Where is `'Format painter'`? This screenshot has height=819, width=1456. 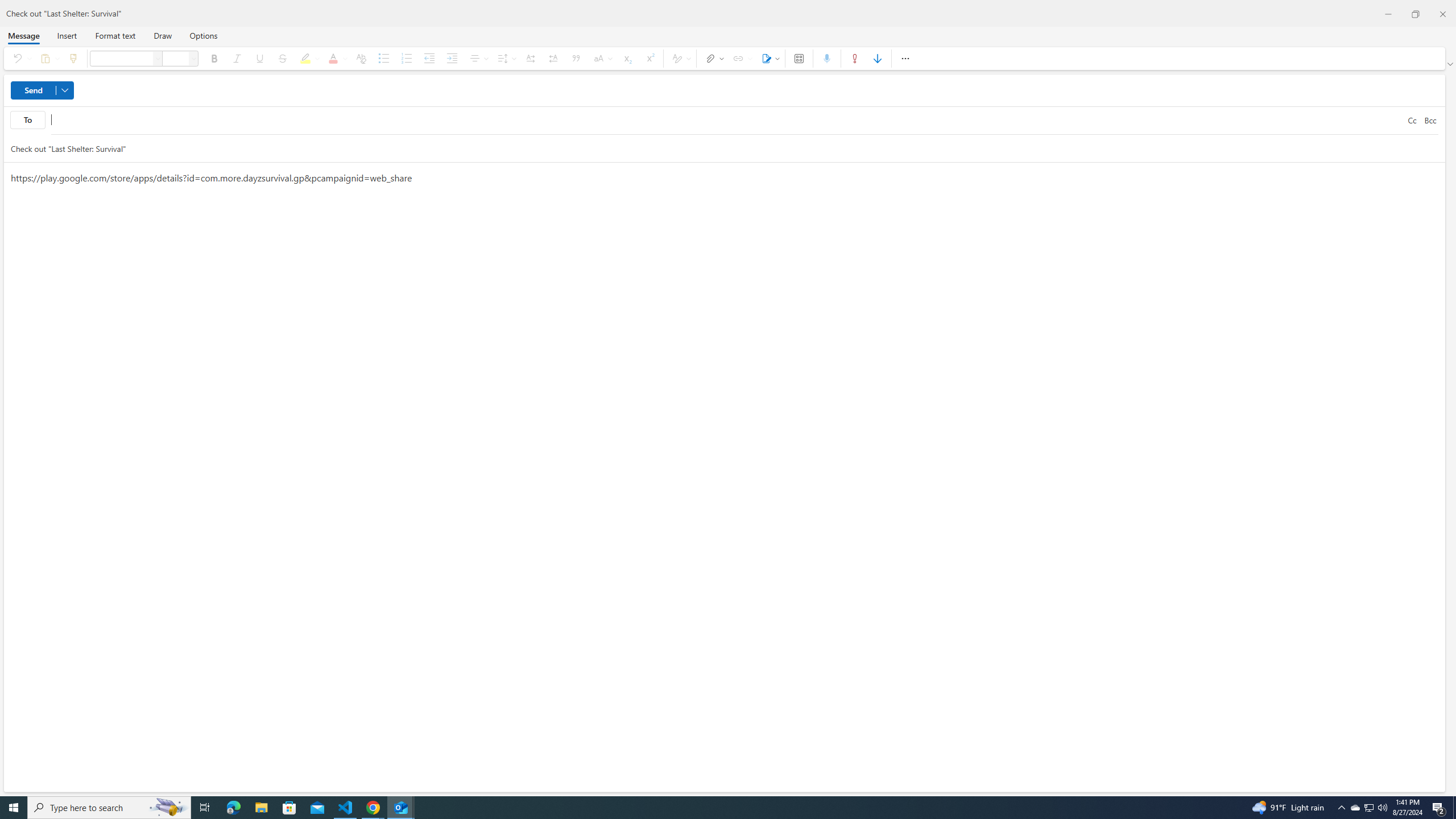
'Format painter' is located at coordinates (73, 58).